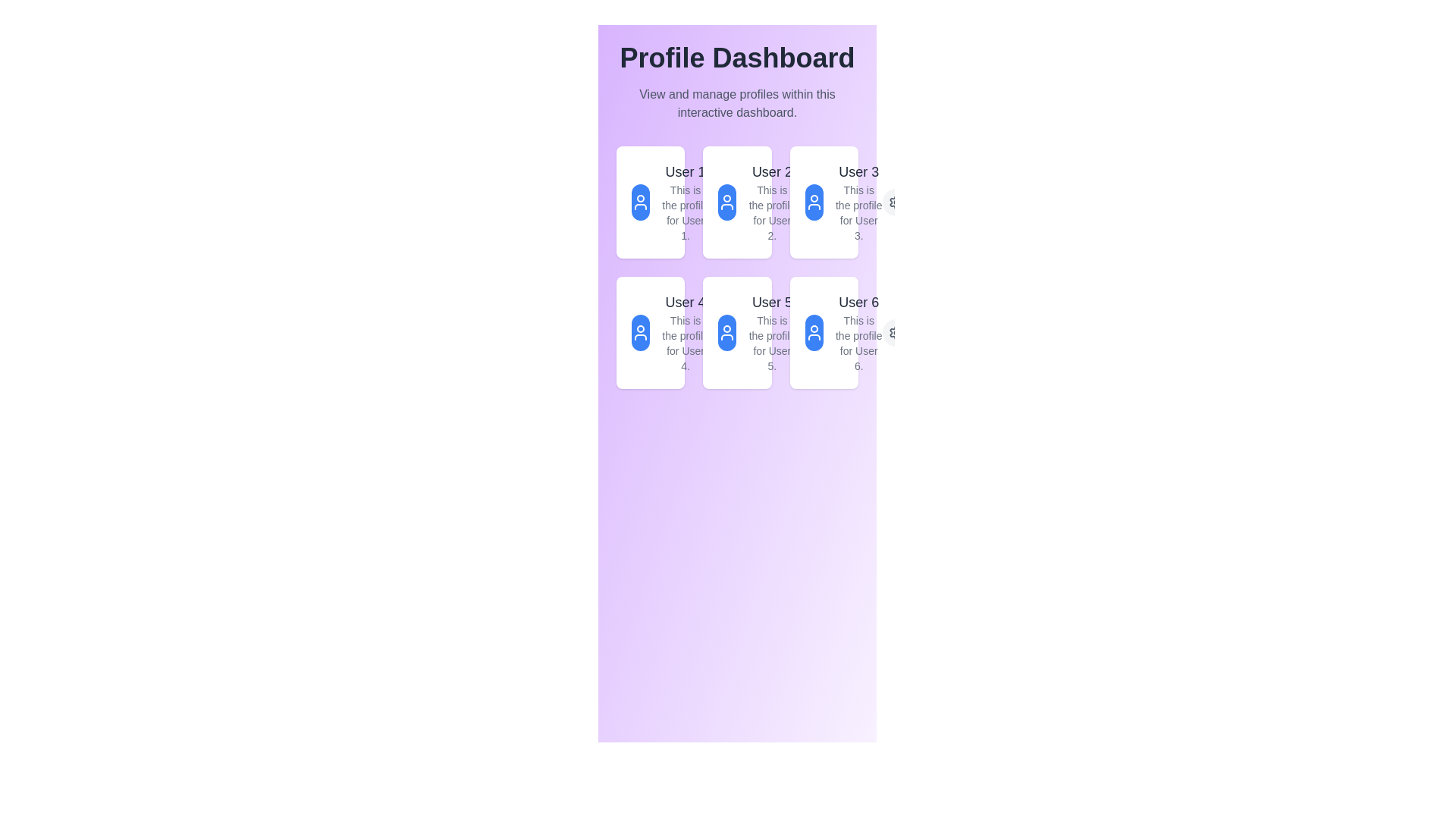  I want to click on the profile name text element located in the leftmost card of the second row of the grid layout, so click(685, 302).